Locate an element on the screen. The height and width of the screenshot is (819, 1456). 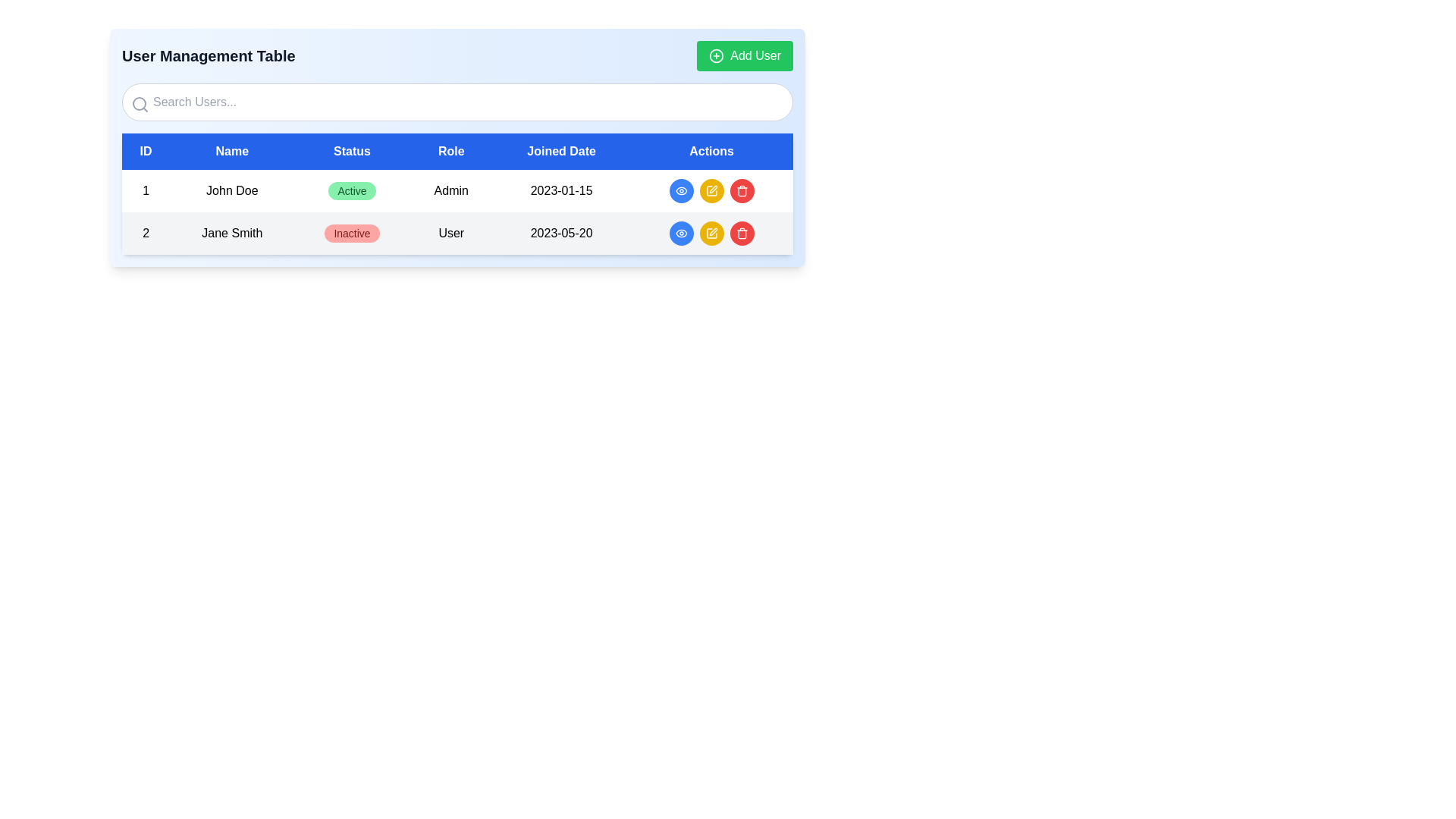
the 'Inactive' label badge with a red background located in the 'Status' column of the second row for 'Jane Smith' is located at coordinates (351, 234).